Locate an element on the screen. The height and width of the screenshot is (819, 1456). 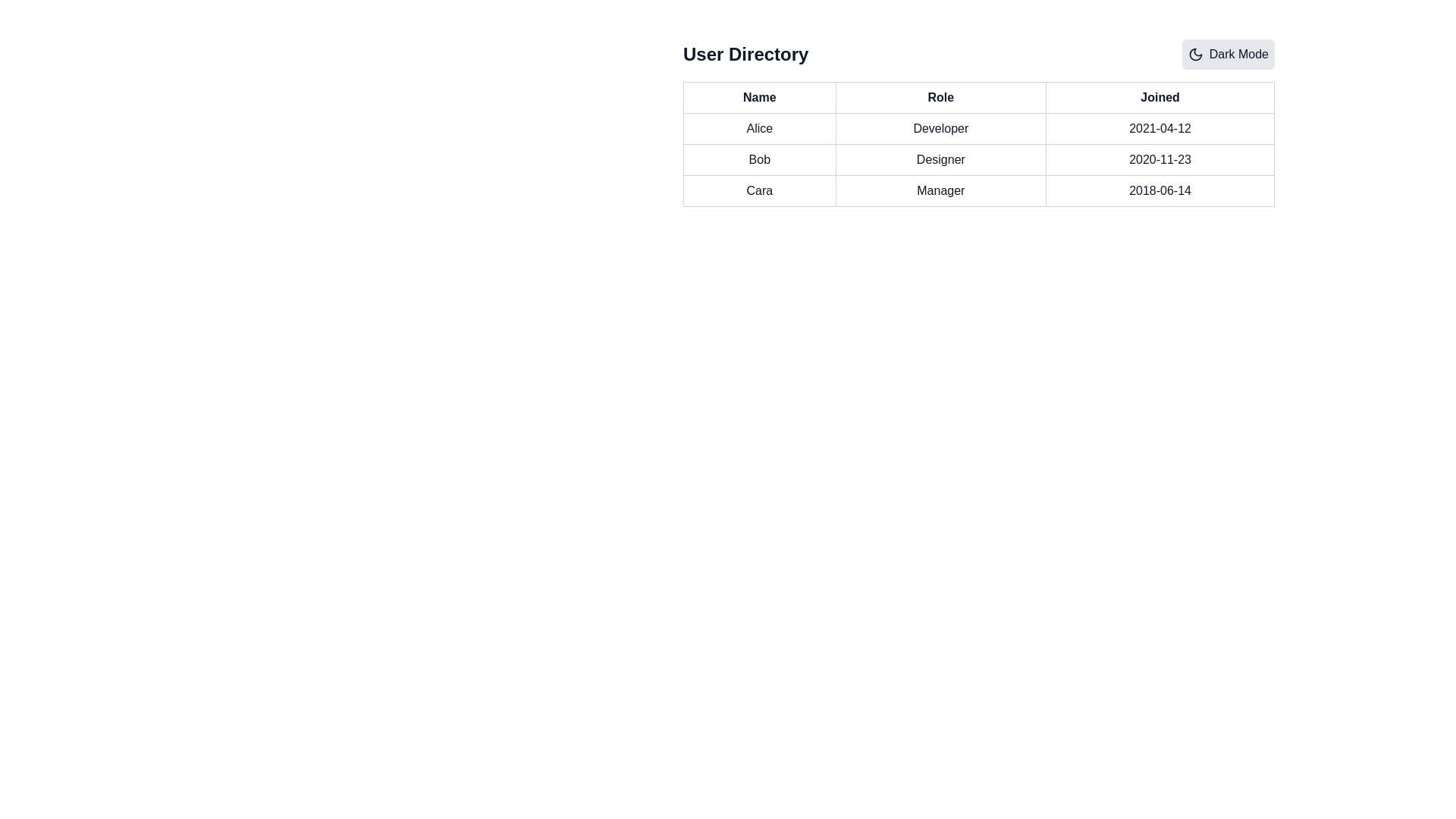
the text label displaying 'Cara' in the third row of the table under the 'Name' column is located at coordinates (759, 190).